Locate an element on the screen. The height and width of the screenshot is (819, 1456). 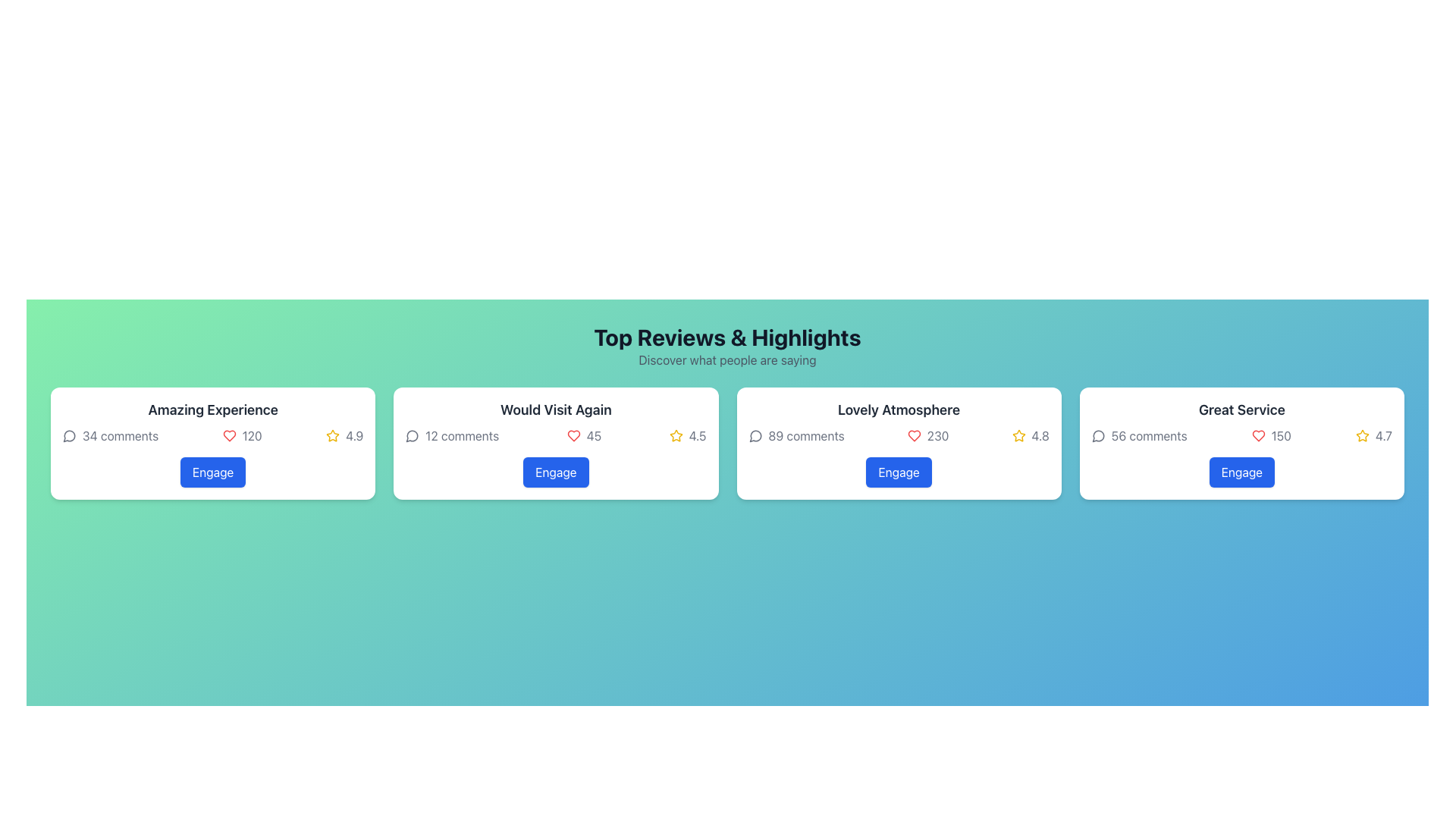
the speech bubble icon located in the third card from the left under 'Top Reviews & Highlights', adjacent to the text '89 comments' is located at coordinates (755, 435).